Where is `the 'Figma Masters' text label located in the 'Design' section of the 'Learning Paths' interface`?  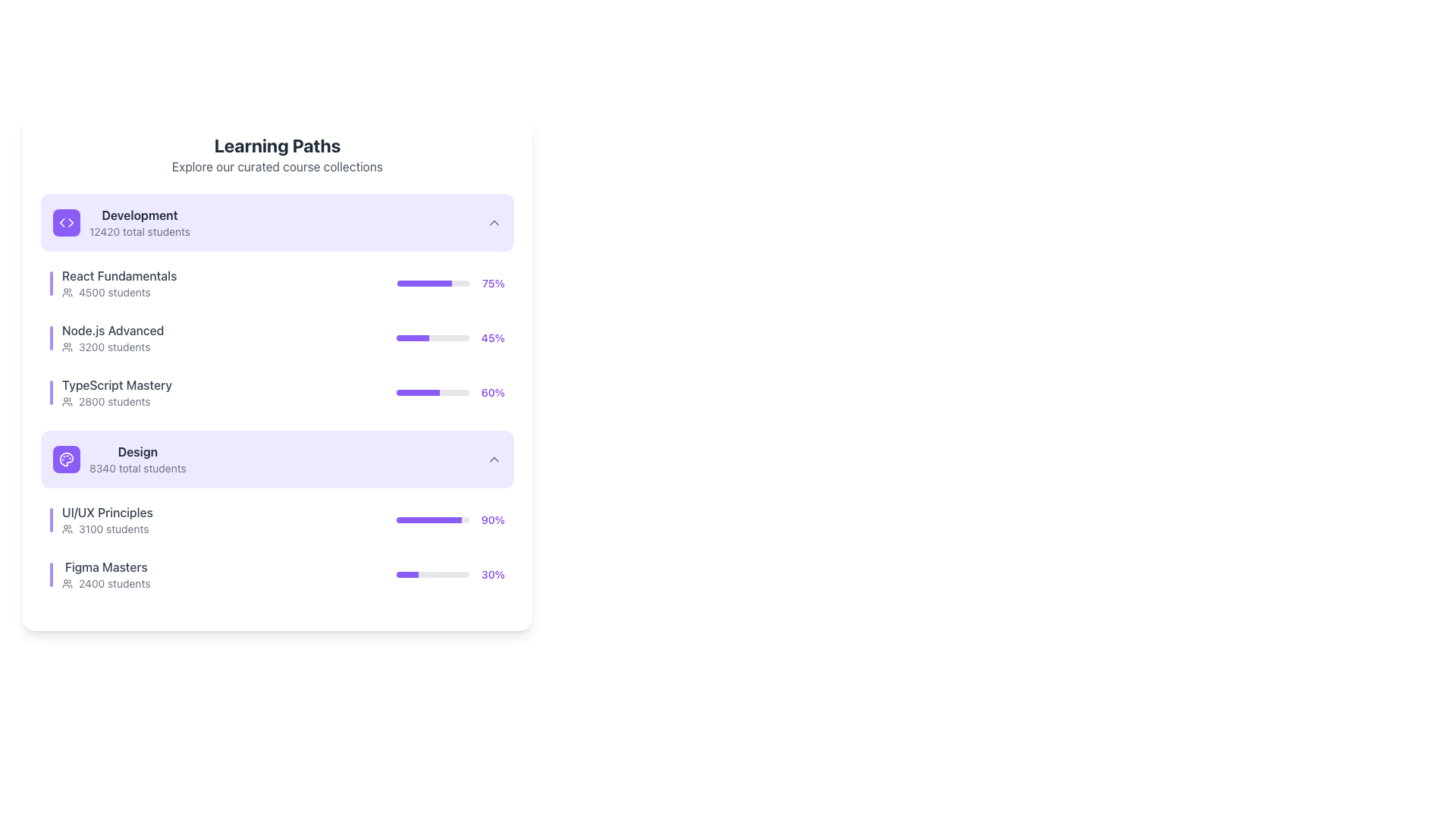
the 'Figma Masters' text label located in the 'Design' section of the 'Learning Paths' interface is located at coordinates (105, 575).